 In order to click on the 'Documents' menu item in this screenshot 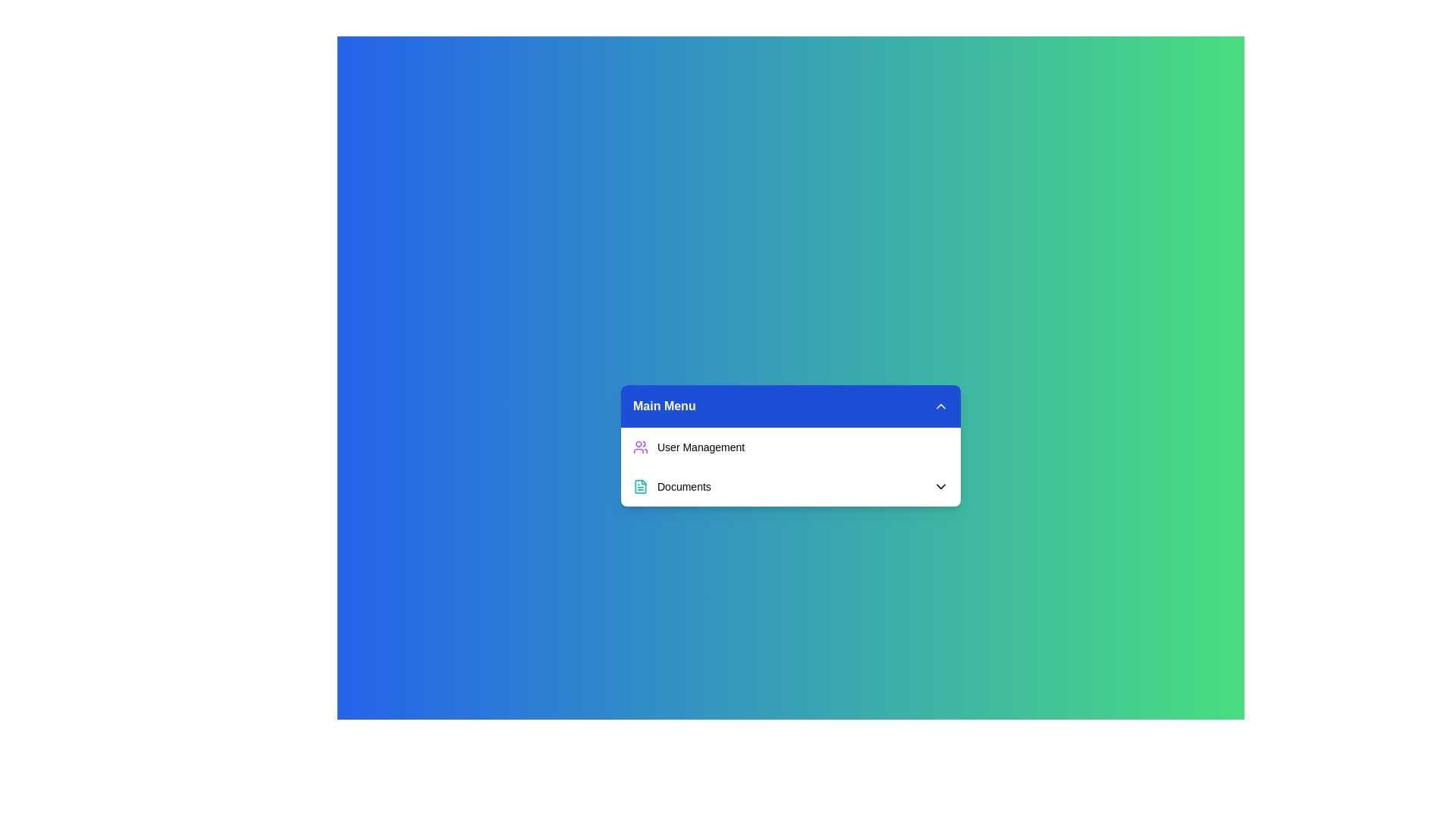, I will do `click(671, 486)`.